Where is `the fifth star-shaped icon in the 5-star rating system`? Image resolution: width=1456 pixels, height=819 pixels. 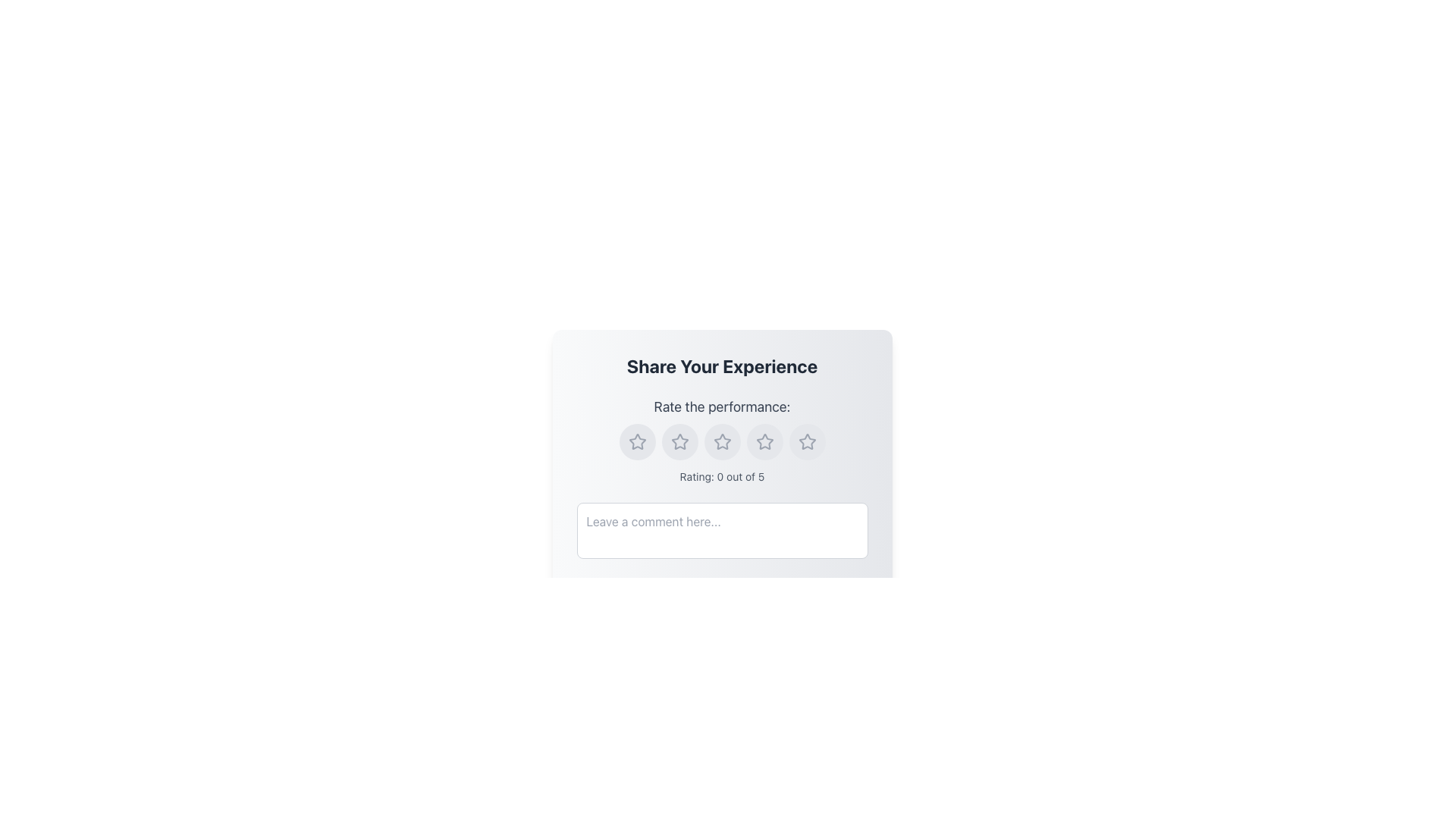 the fifth star-shaped icon in the 5-star rating system is located at coordinates (806, 441).